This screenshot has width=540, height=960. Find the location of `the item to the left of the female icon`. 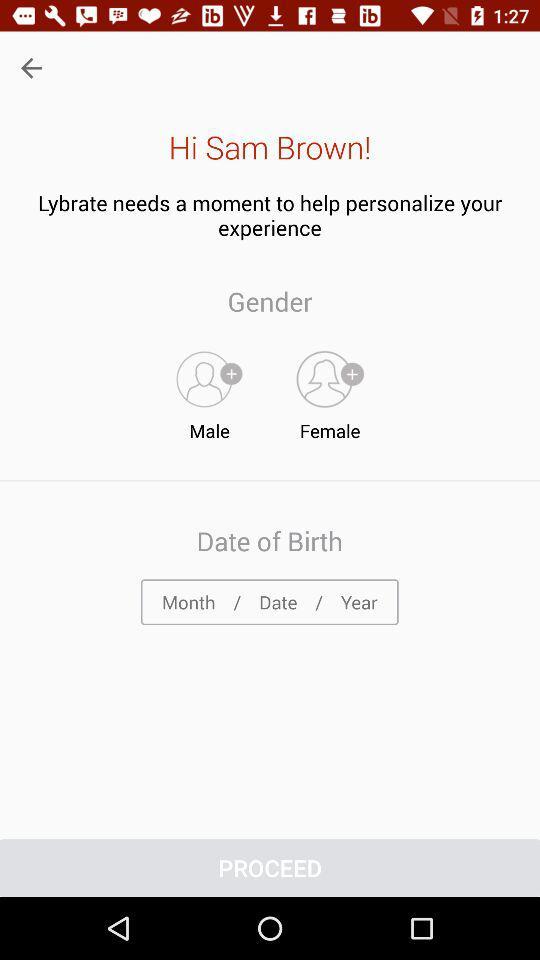

the item to the left of the female icon is located at coordinates (208, 390).